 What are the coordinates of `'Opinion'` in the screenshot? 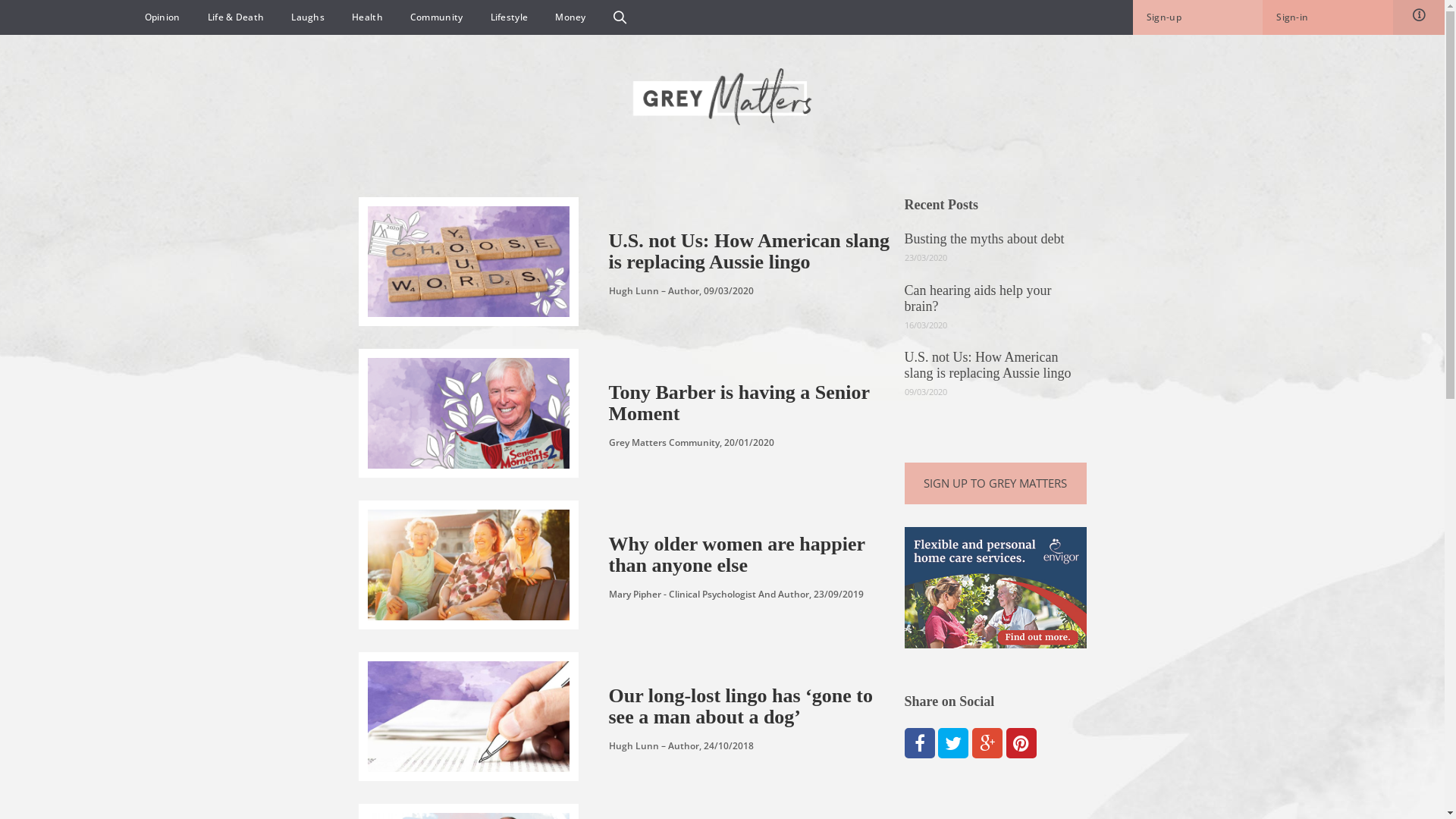 It's located at (162, 17).